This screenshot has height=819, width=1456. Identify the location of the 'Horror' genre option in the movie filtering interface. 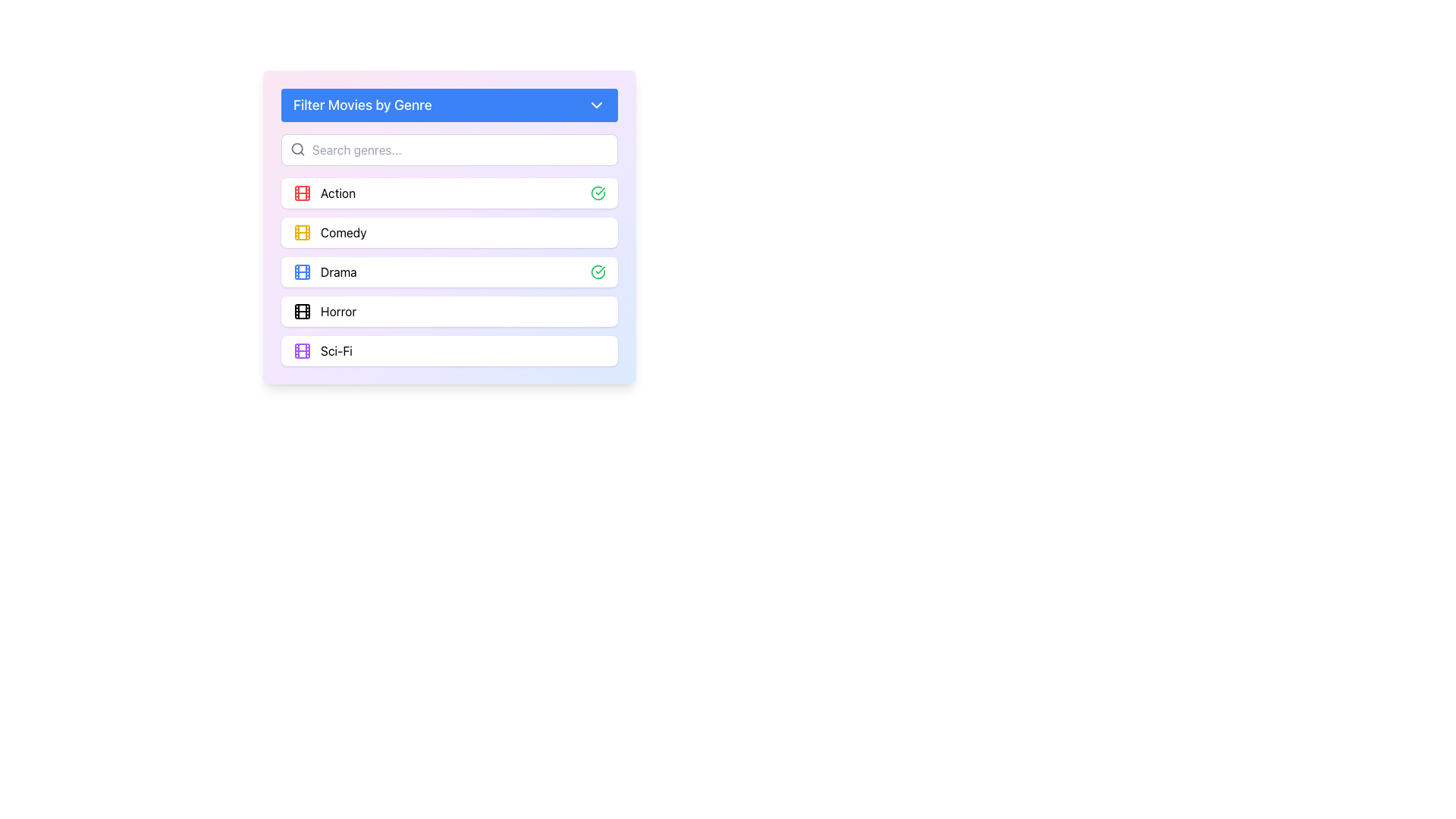
(324, 311).